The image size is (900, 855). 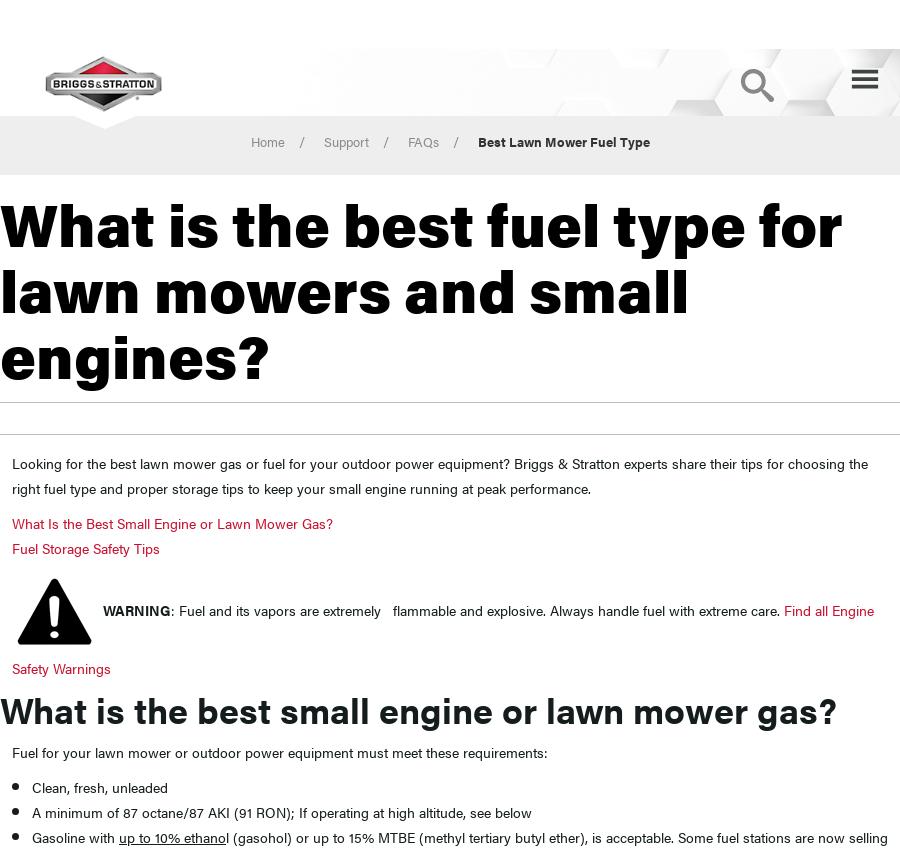 What do you see at coordinates (10, 751) in the screenshot?
I see `'Fuel for your lawn mower or outdoor power equipment must meet these requirements:'` at bounding box center [10, 751].